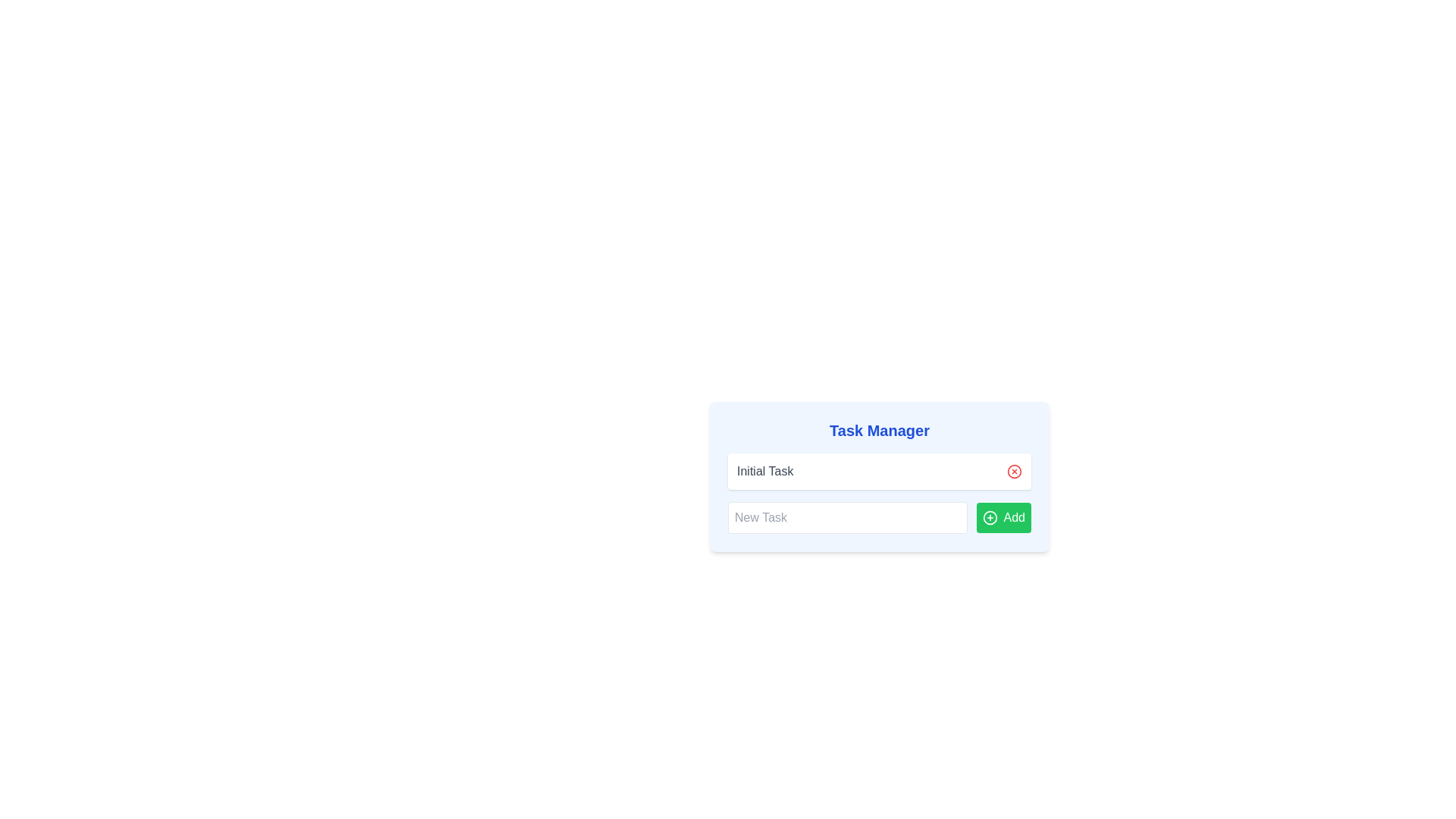 The height and width of the screenshot is (819, 1456). I want to click on keyboard navigation, so click(1003, 516).